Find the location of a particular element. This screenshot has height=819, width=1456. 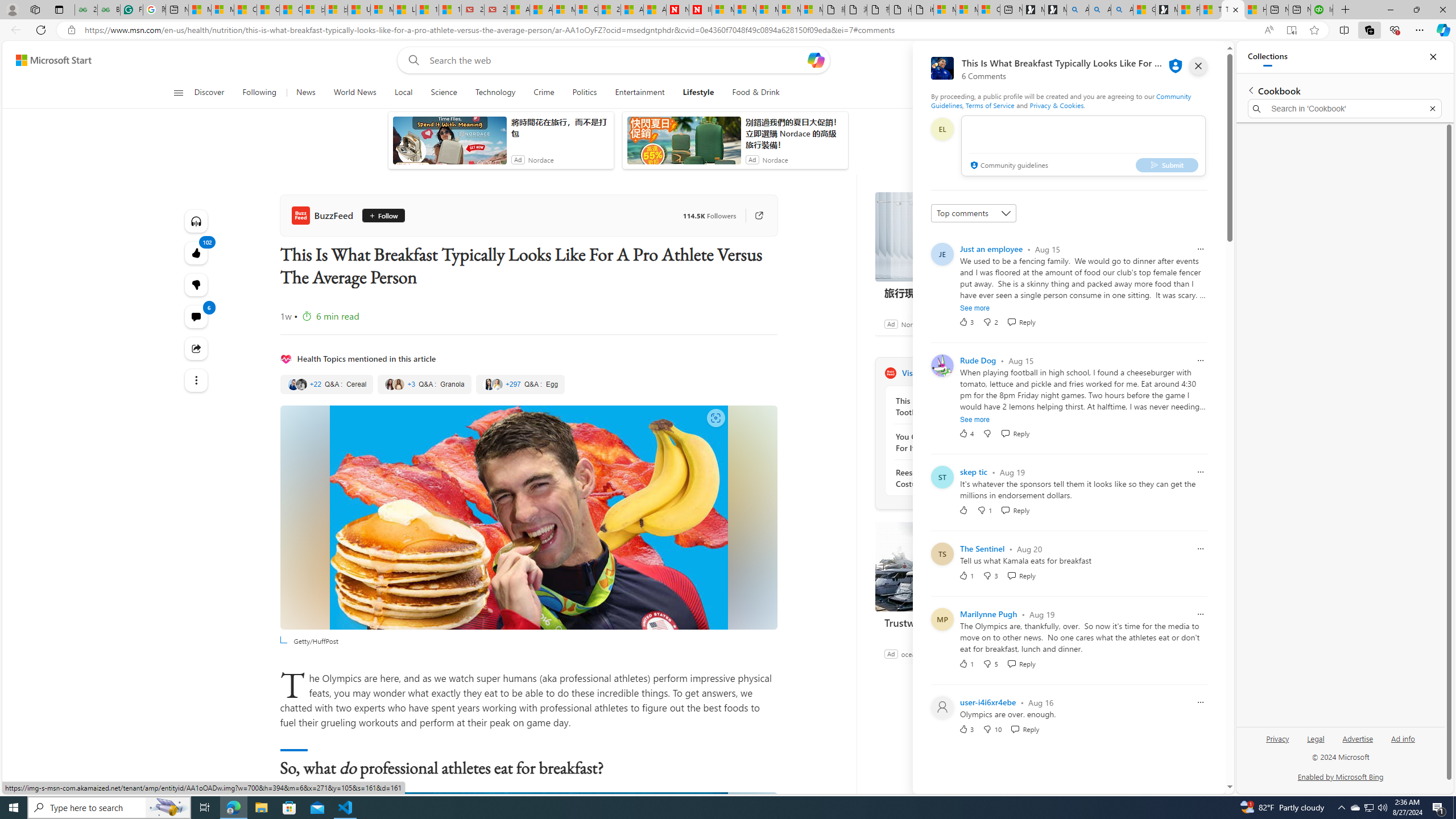

'BuzzFeed' is located at coordinates (324, 215).